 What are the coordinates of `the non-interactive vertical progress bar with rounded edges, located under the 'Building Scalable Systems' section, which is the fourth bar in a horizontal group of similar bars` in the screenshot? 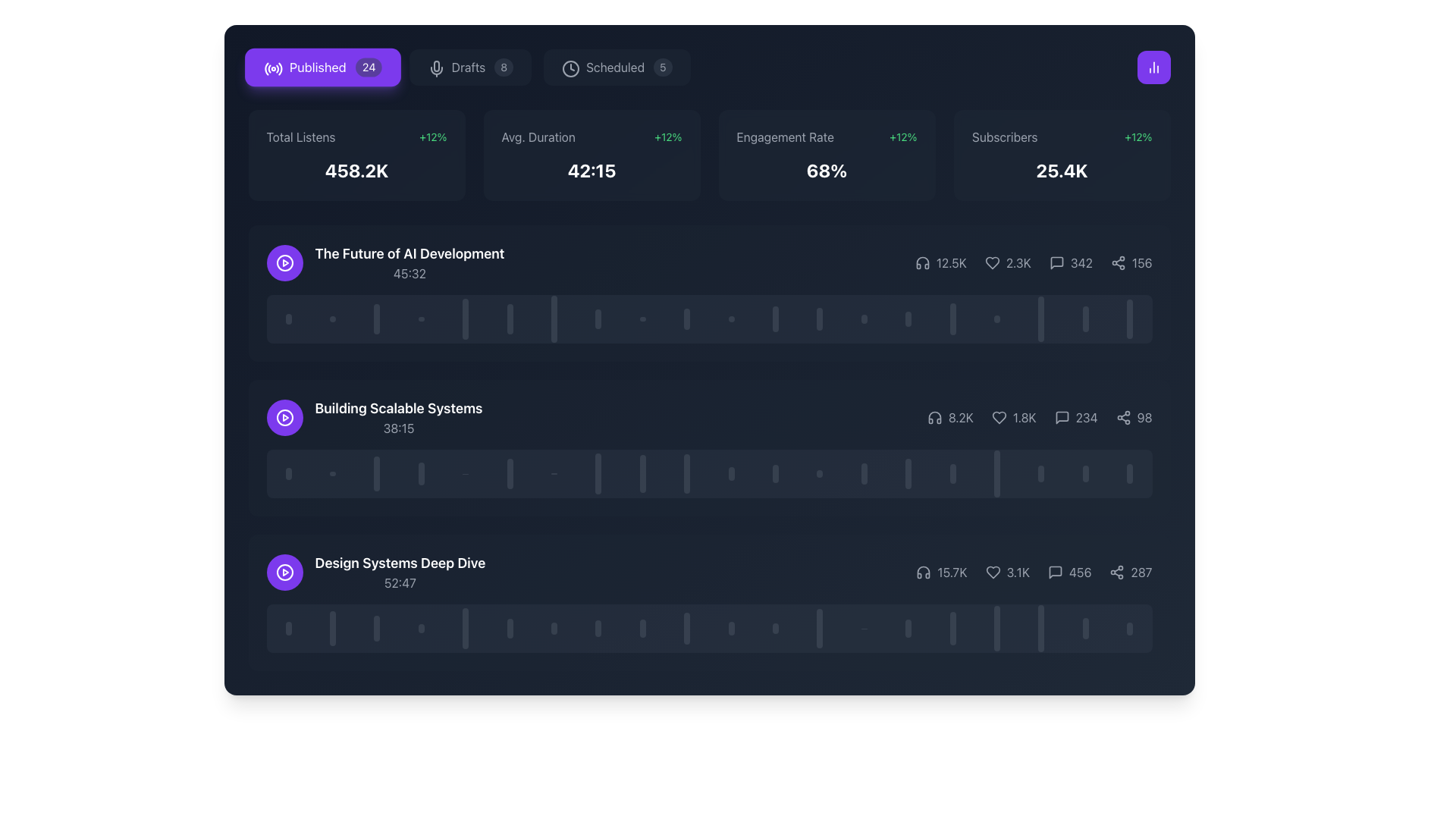 It's located at (421, 472).